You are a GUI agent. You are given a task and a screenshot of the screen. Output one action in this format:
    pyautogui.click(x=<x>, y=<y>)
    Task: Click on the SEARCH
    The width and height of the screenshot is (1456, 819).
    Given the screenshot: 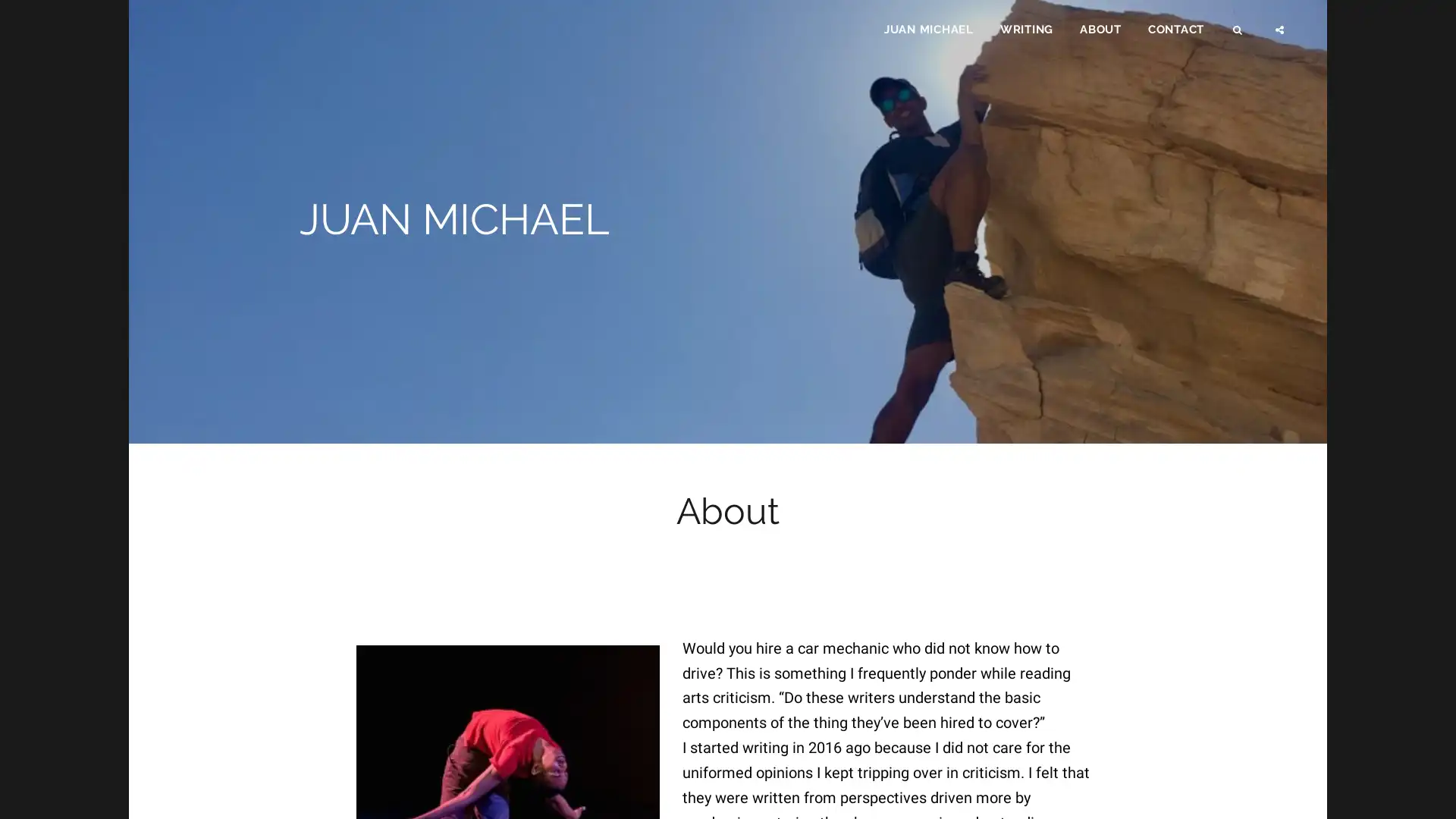 What is the action you would take?
    pyautogui.click(x=1238, y=35)
    